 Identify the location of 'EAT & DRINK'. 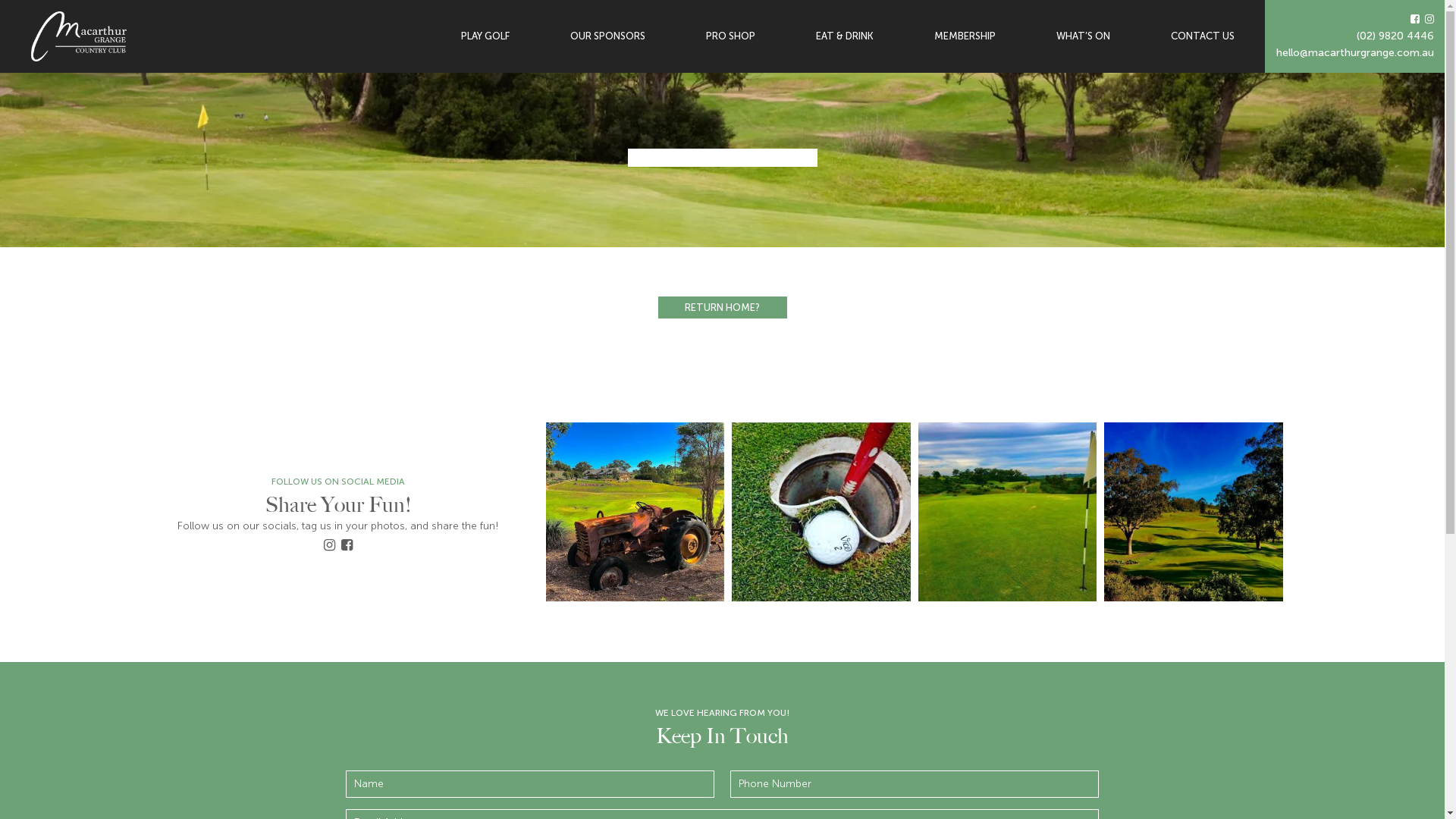
(843, 35).